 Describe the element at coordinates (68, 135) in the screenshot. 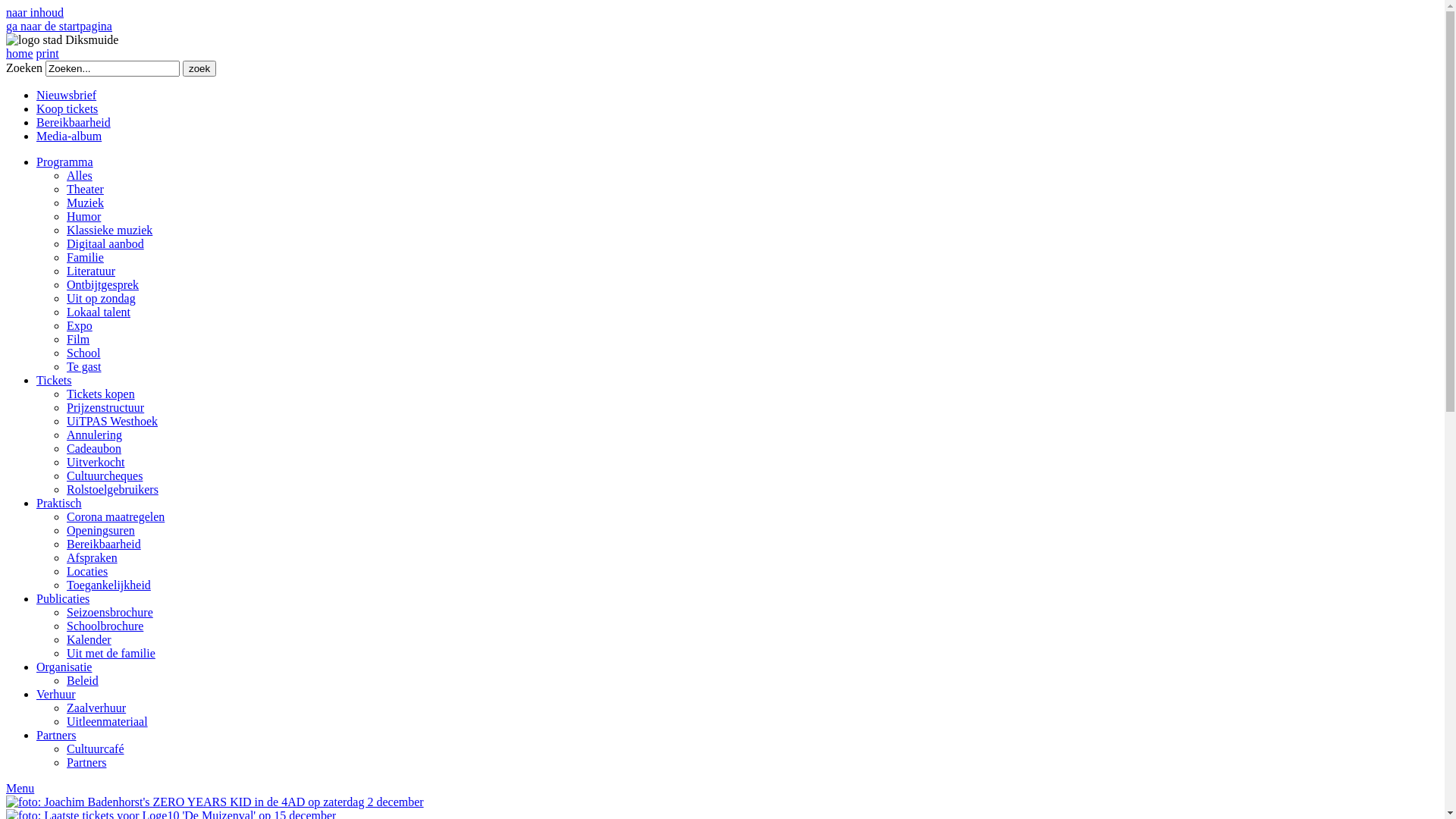

I see `'Media-album'` at that location.